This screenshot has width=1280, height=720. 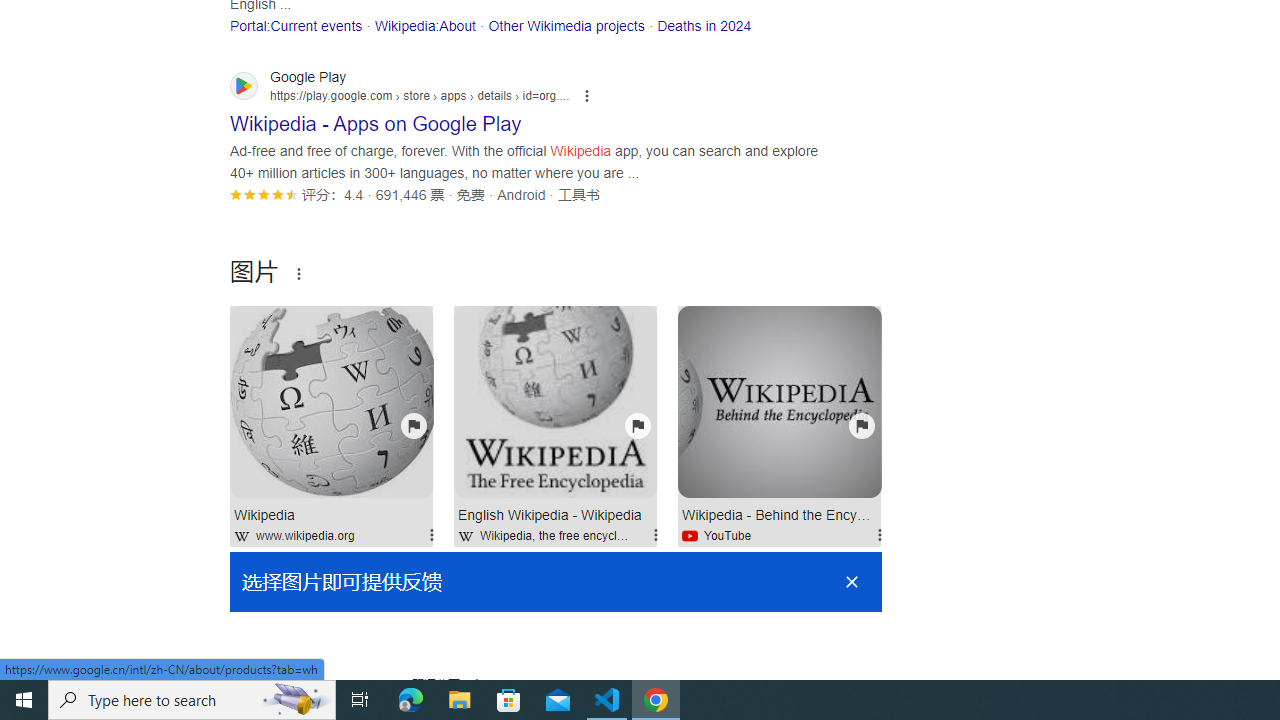 What do you see at coordinates (565, 25) in the screenshot?
I see `'Other Wikimedia projects'` at bounding box center [565, 25].